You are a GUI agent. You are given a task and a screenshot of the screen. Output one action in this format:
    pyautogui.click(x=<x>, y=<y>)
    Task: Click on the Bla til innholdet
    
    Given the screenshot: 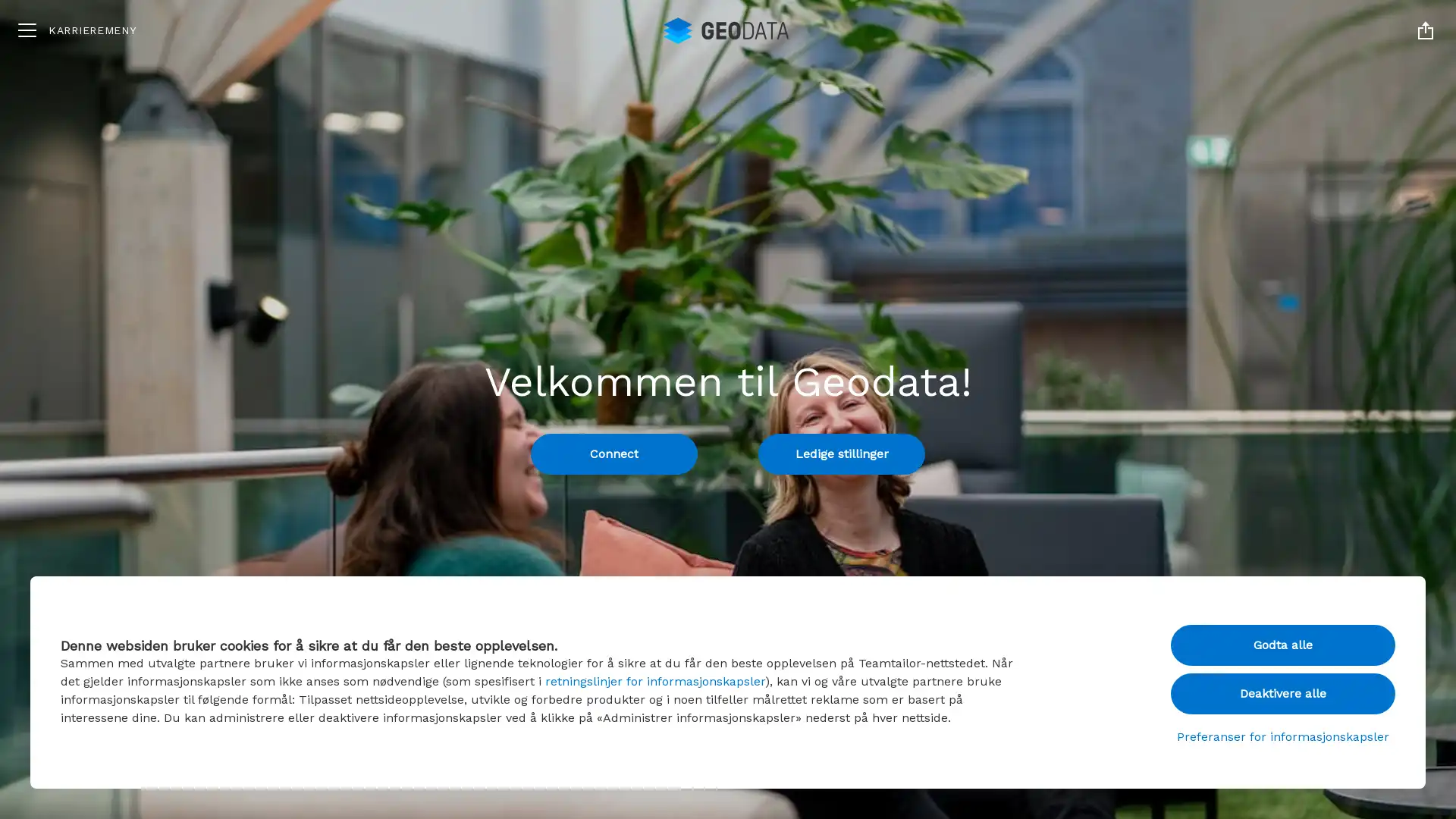 What is the action you would take?
    pyautogui.click(x=728, y=770)
    